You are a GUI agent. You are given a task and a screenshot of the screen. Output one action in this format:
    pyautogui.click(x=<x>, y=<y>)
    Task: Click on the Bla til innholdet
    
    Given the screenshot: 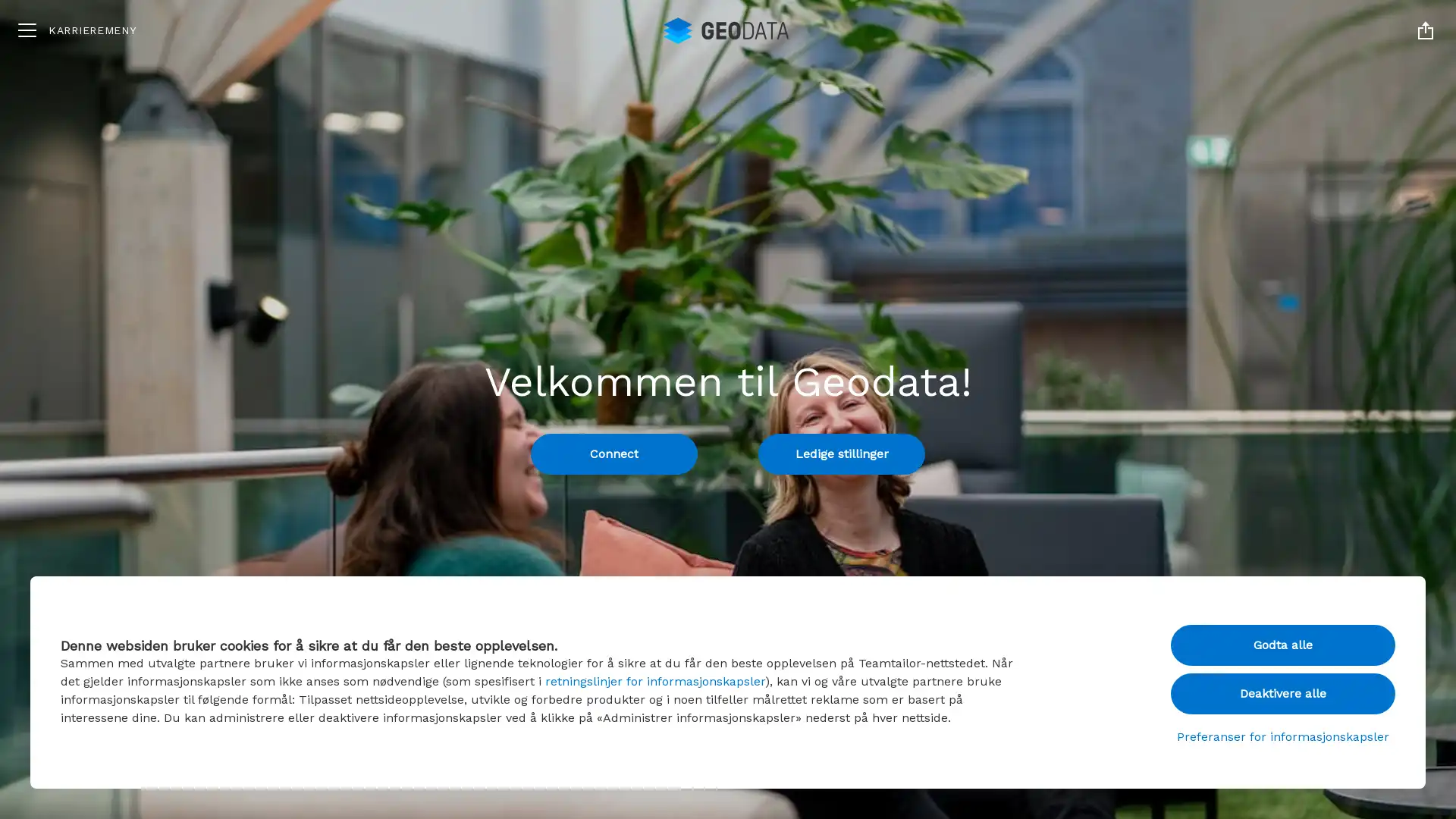 What is the action you would take?
    pyautogui.click(x=728, y=770)
    